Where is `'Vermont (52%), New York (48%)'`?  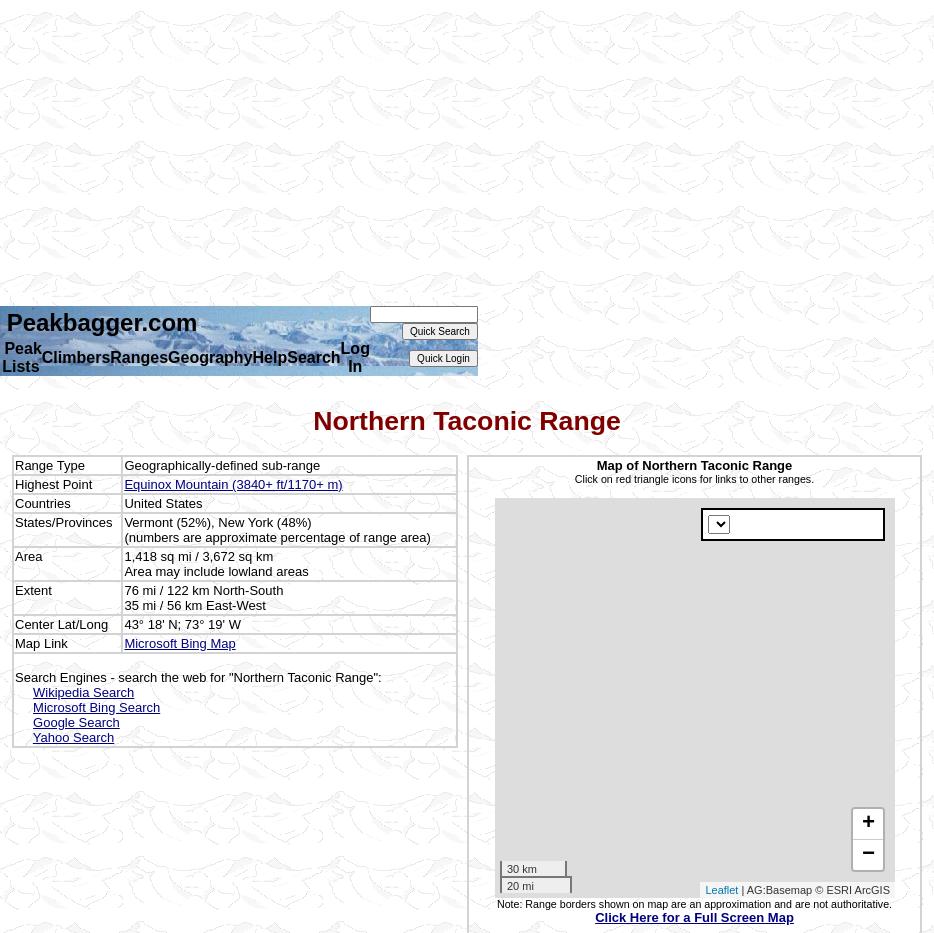
'Vermont (52%), New York (48%)' is located at coordinates (216, 520).